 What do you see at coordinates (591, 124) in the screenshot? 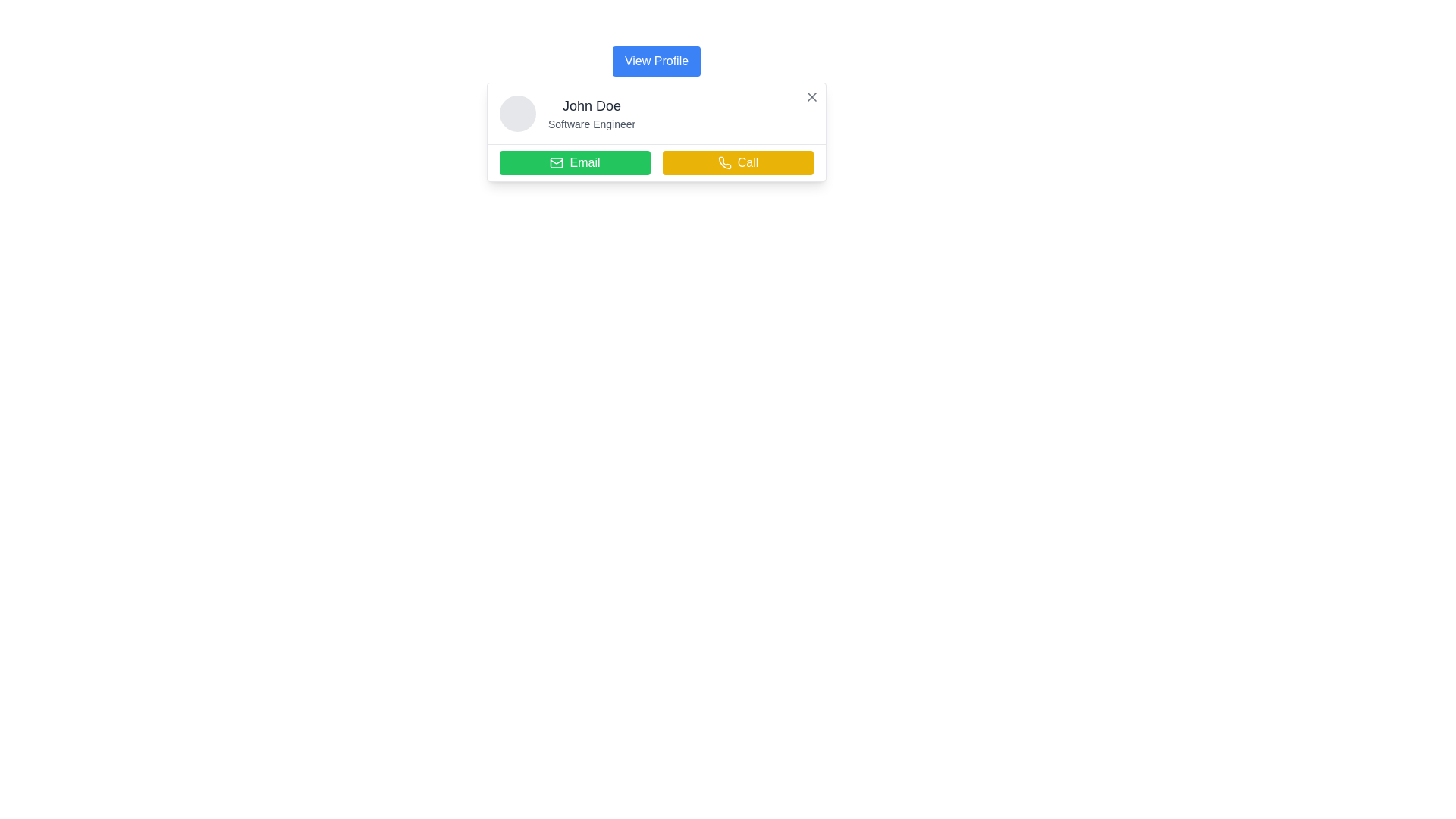
I see `the text label indicating the professional designation of John Doe, which is located below the name and is the second element in the details section` at bounding box center [591, 124].